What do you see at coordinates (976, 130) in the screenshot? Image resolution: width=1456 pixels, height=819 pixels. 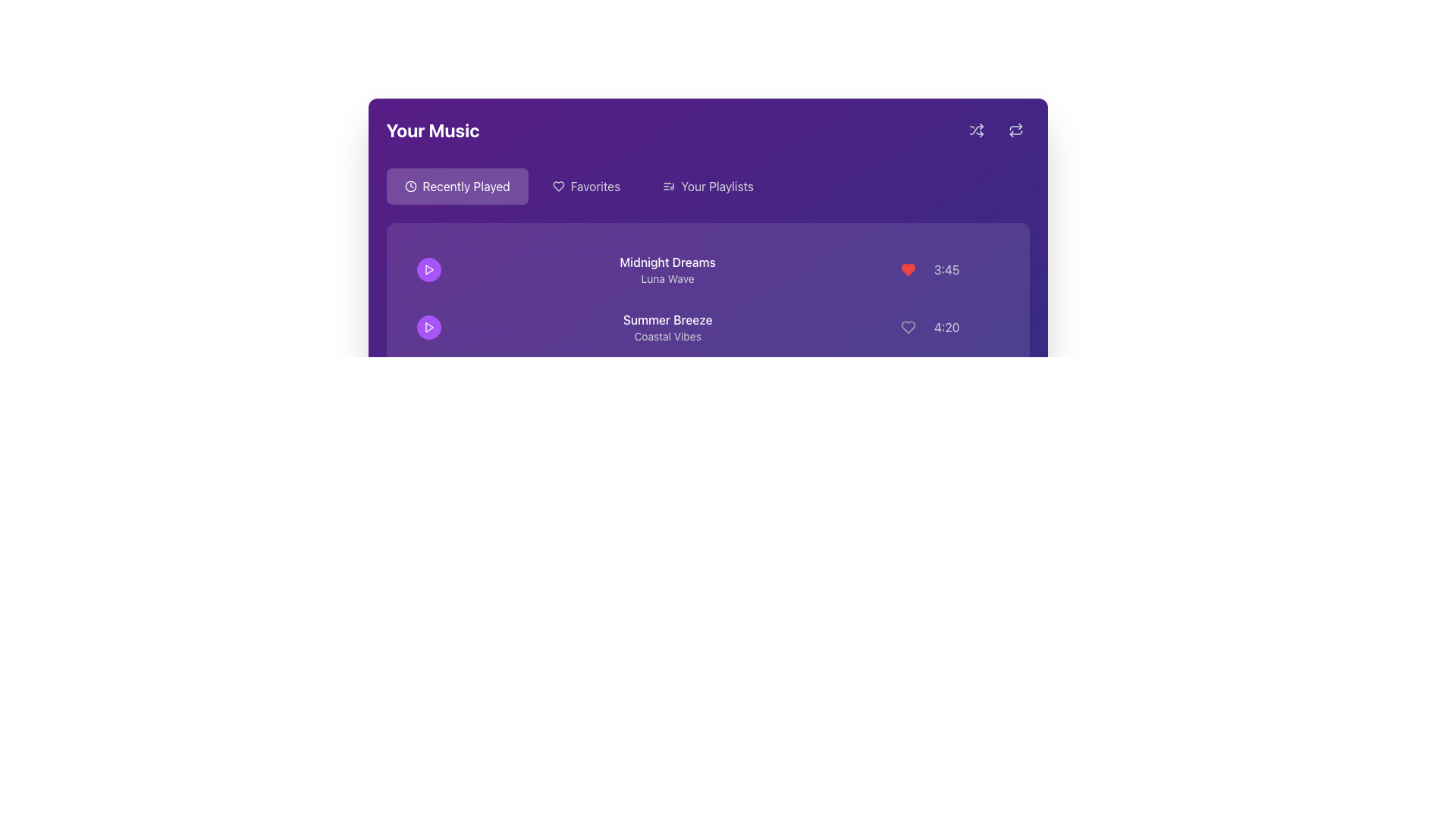 I see `the shuffle button located in the top-right corner of the interface, immediately to the left of the repeat button` at bounding box center [976, 130].